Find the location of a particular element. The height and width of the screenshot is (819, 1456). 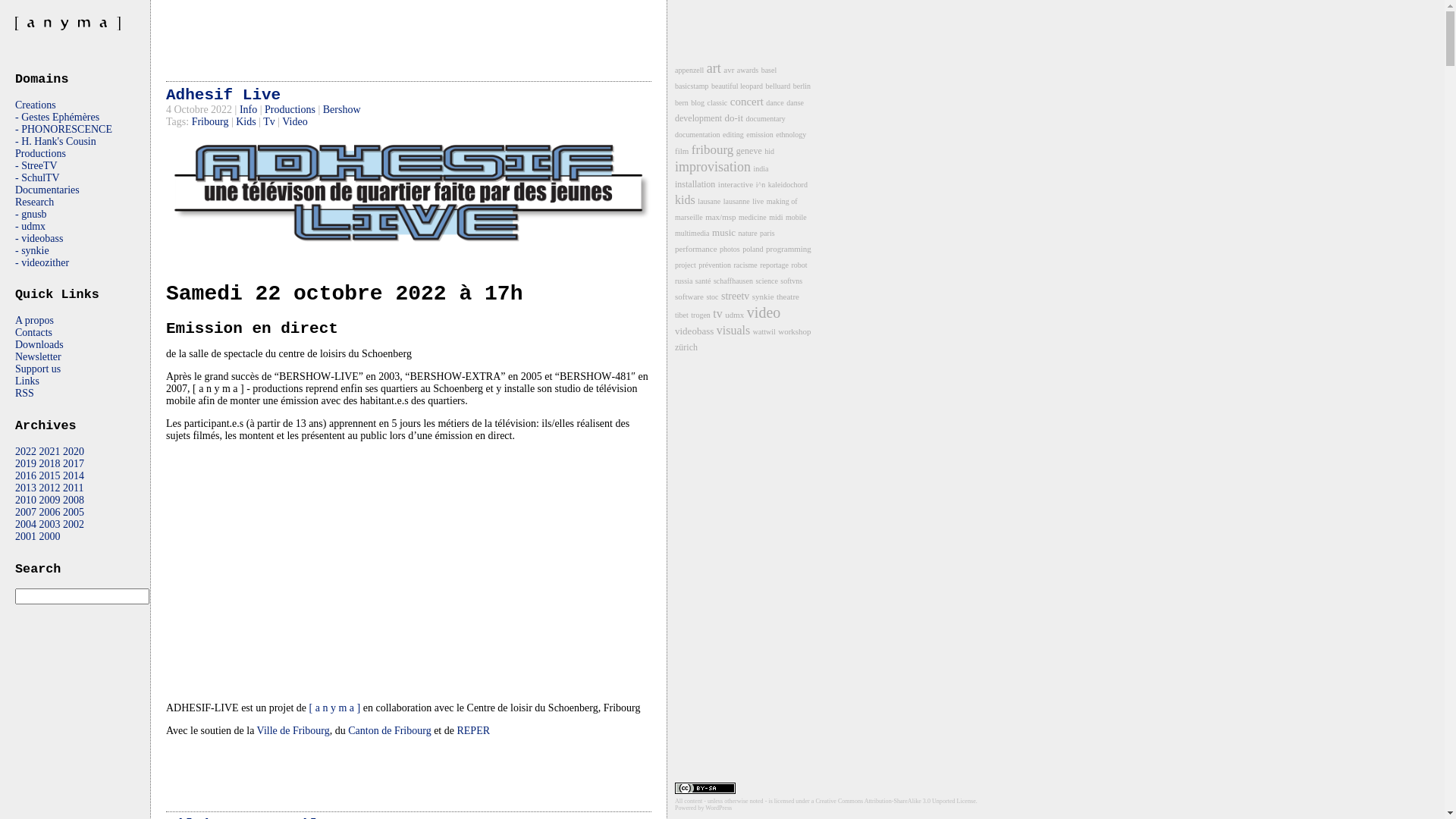

'2010' is located at coordinates (14, 500).